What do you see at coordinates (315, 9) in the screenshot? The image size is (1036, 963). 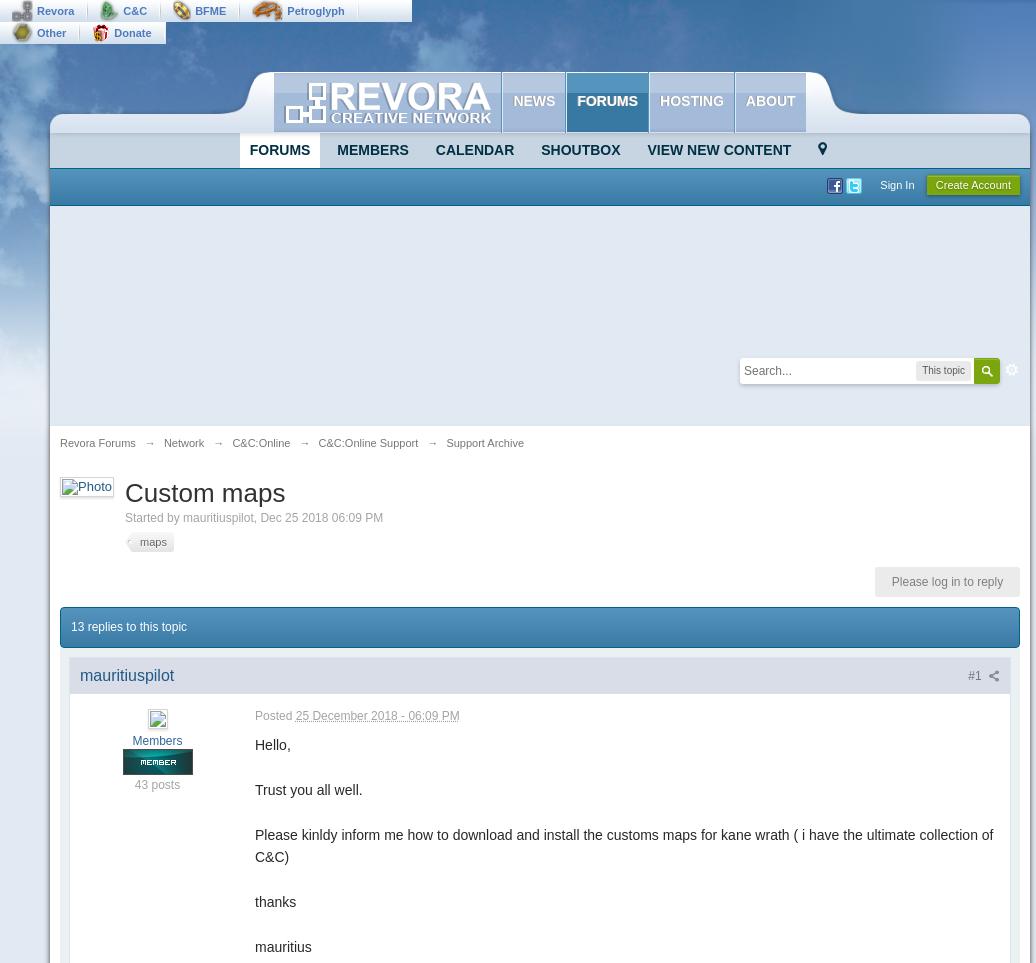 I see `'Petroglyph'` at bounding box center [315, 9].